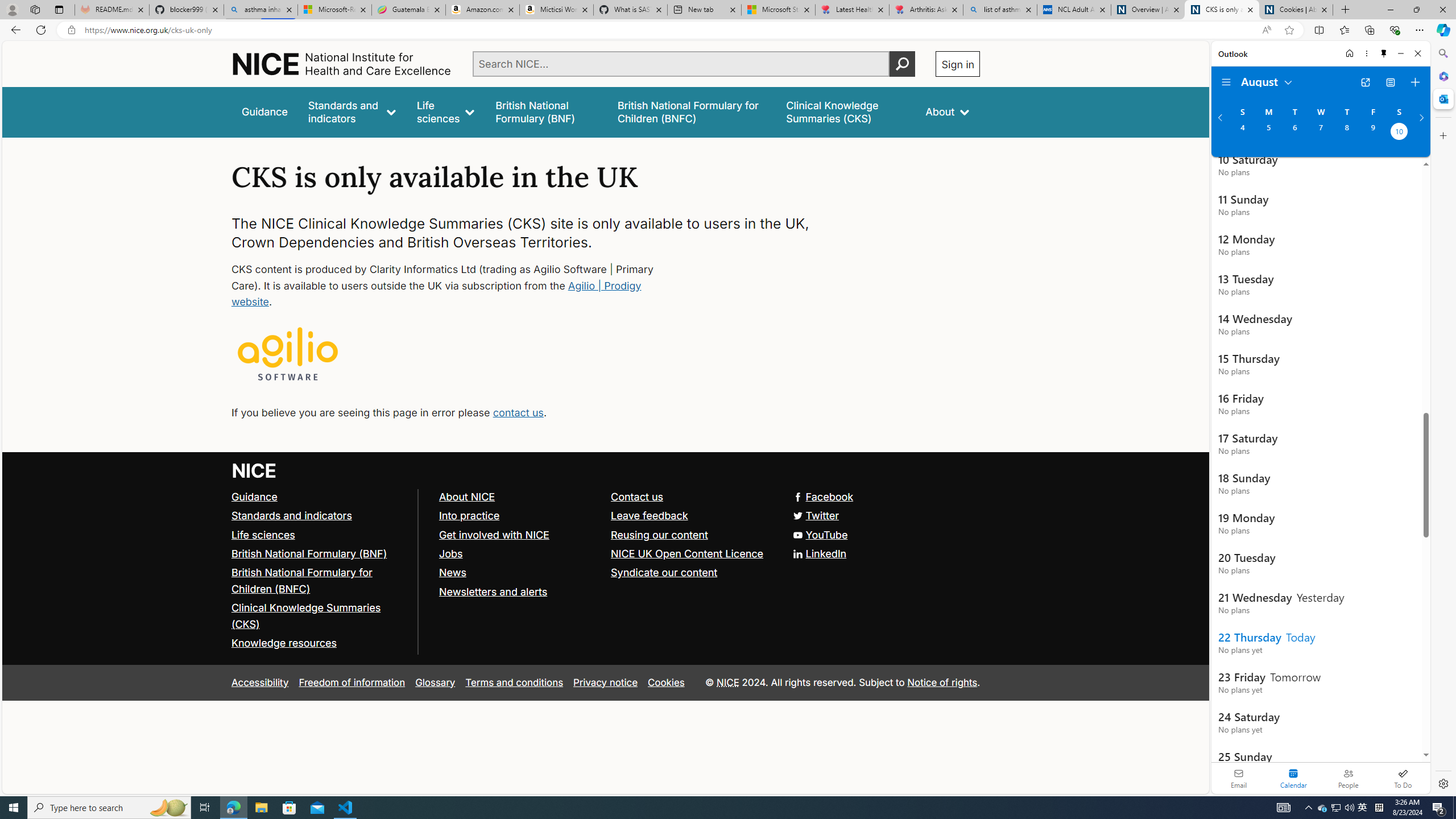 This screenshot has height=819, width=1456. Describe the element at coordinates (352, 682) in the screenshot. I see `'Freedom of information'` at that location.